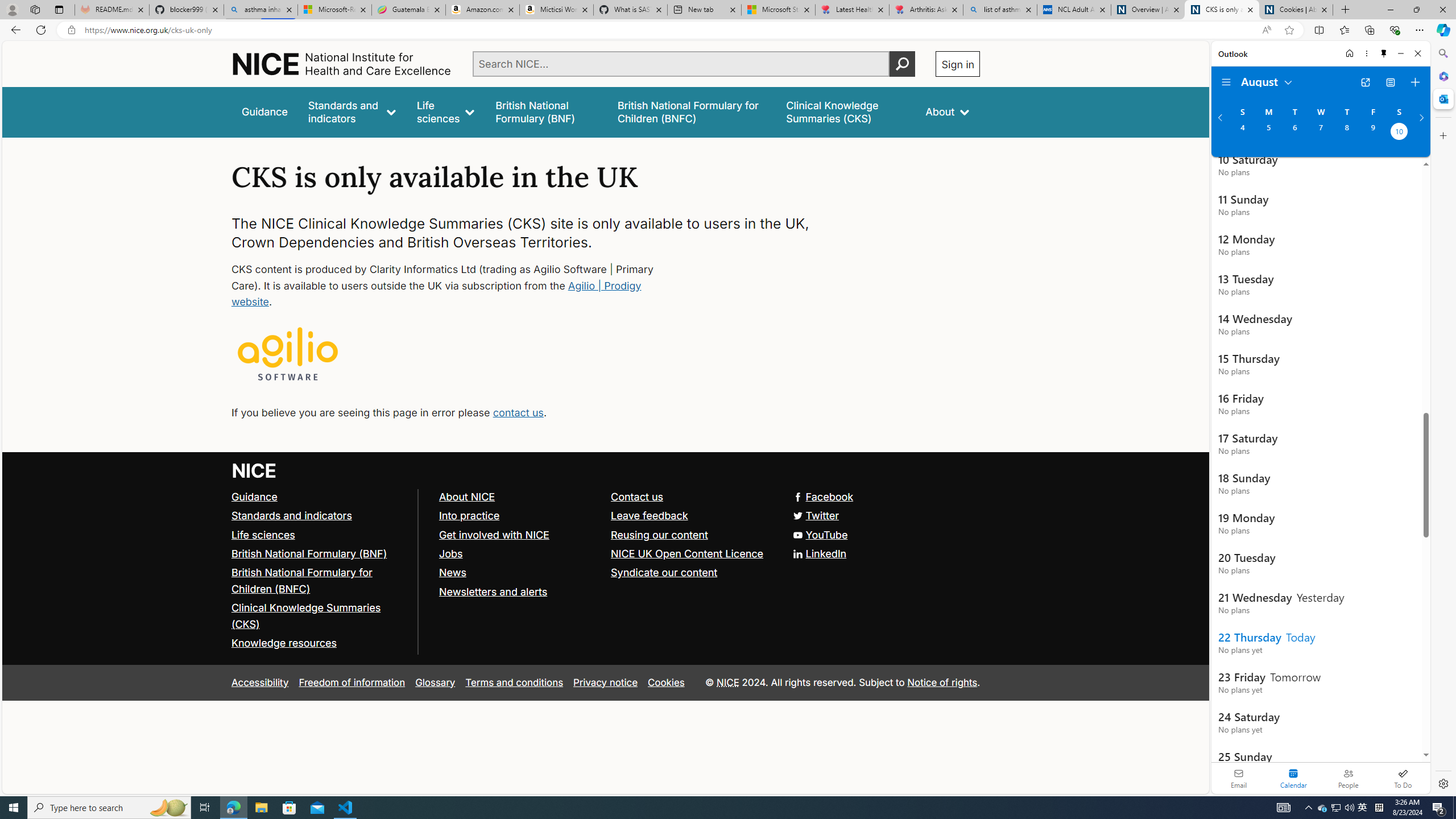 This screenshot has height=819, width=1456. Describe the element at coordinates (352, 682) in the screenshot. I see `'Freedom of information'` at that location.